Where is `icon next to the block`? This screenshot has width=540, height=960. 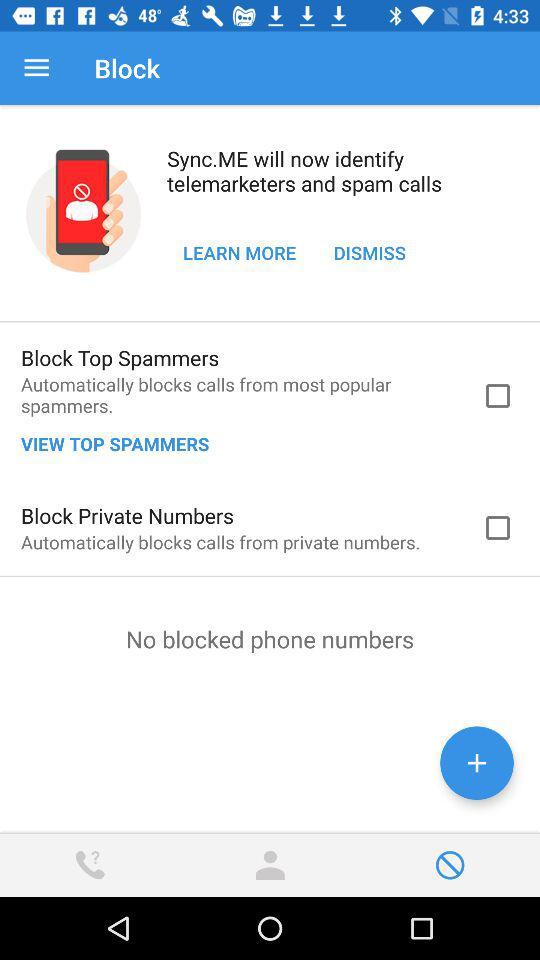 icon next to the block is located at coordinates (36, 68).